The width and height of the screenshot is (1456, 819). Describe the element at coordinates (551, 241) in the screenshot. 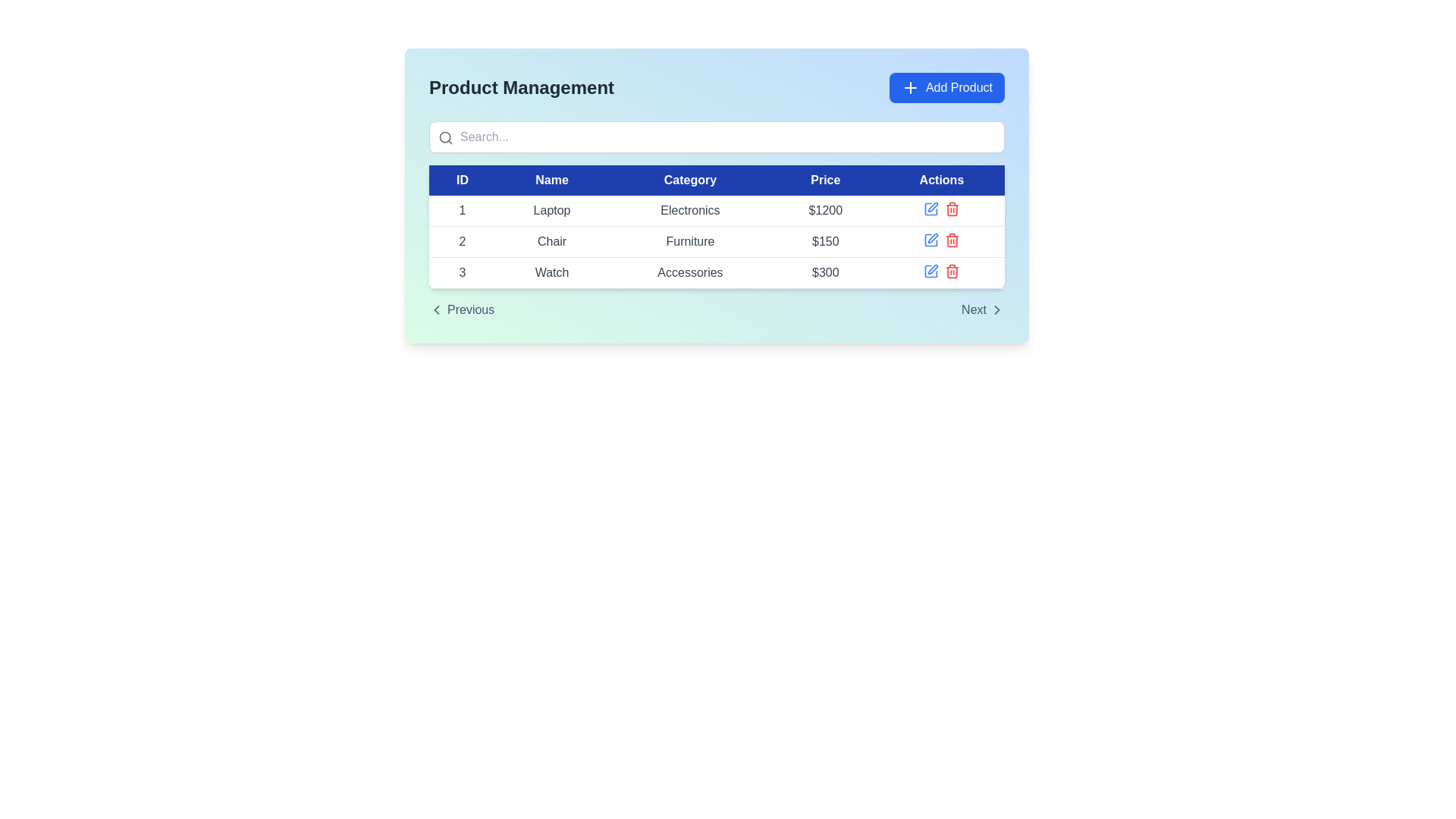

I see `the Text label displaying 'Chair' in the second row of the table under the 'Name' column, which is located between the ID ('2') and the category ('Furniture')` at that location.